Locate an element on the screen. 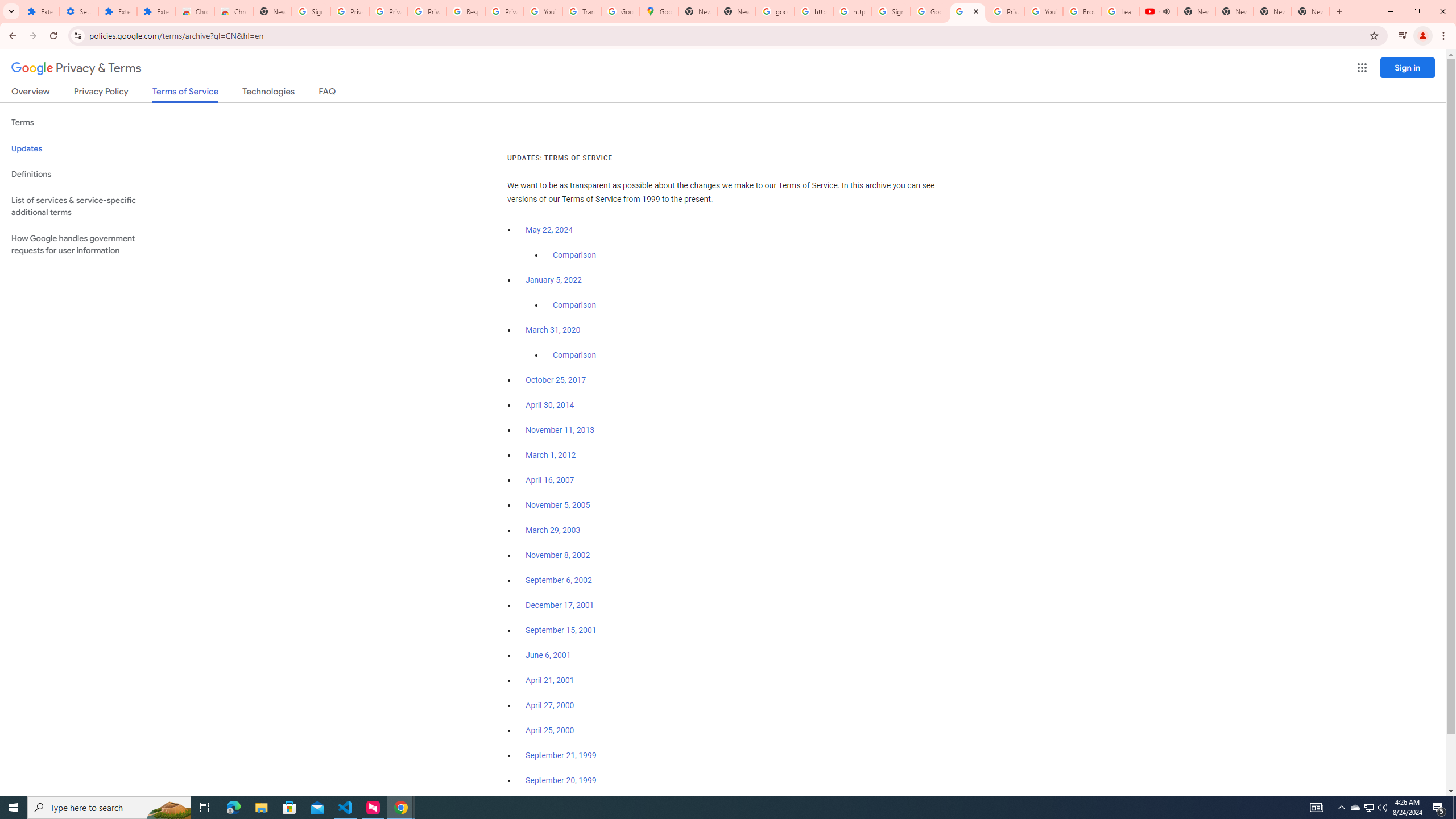  'September 21, 1999' is located at coordinates (561, 754).